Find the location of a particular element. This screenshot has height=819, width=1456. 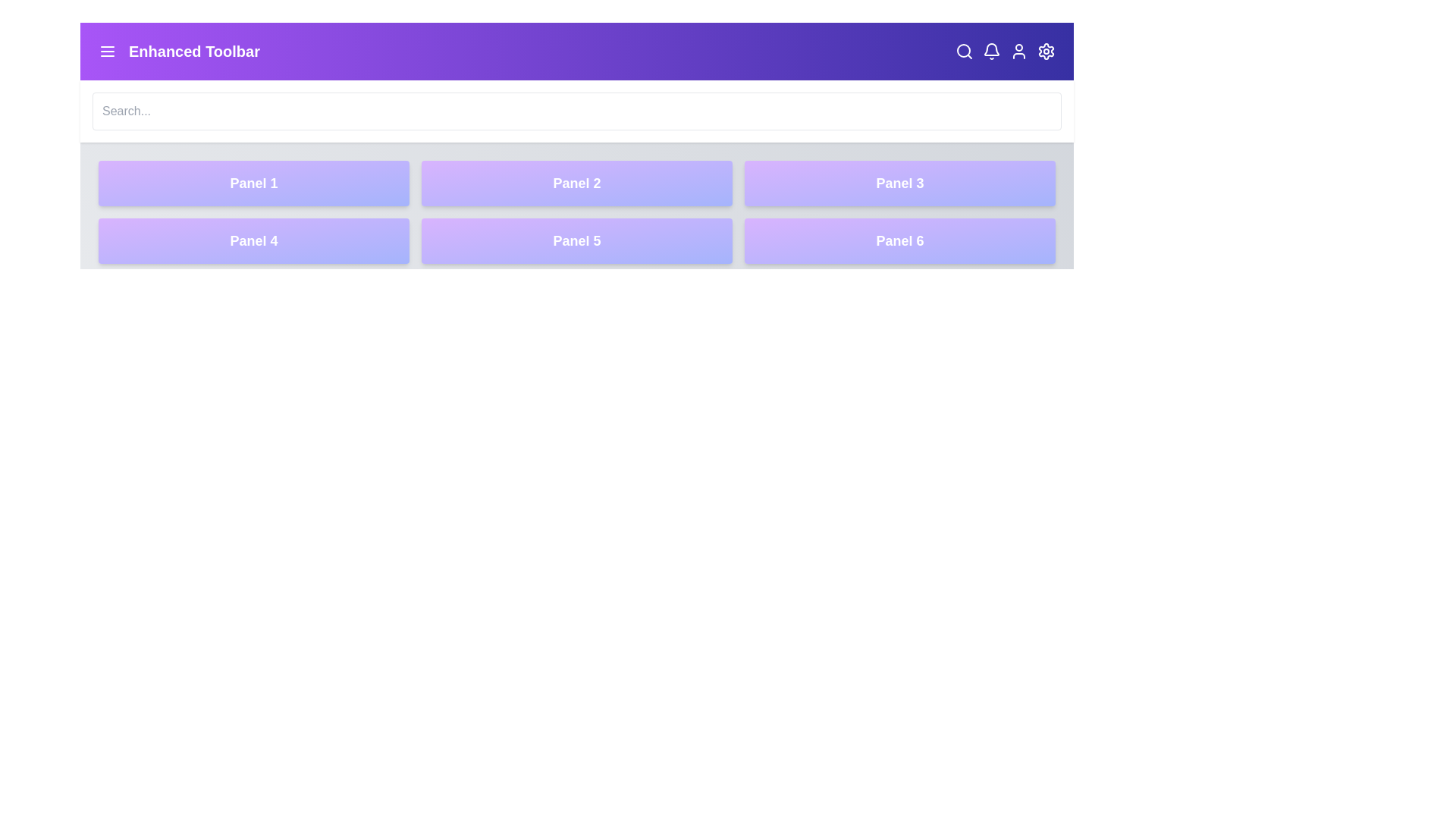

the search bar and type 'search text' is located at coordinates (576, 110).